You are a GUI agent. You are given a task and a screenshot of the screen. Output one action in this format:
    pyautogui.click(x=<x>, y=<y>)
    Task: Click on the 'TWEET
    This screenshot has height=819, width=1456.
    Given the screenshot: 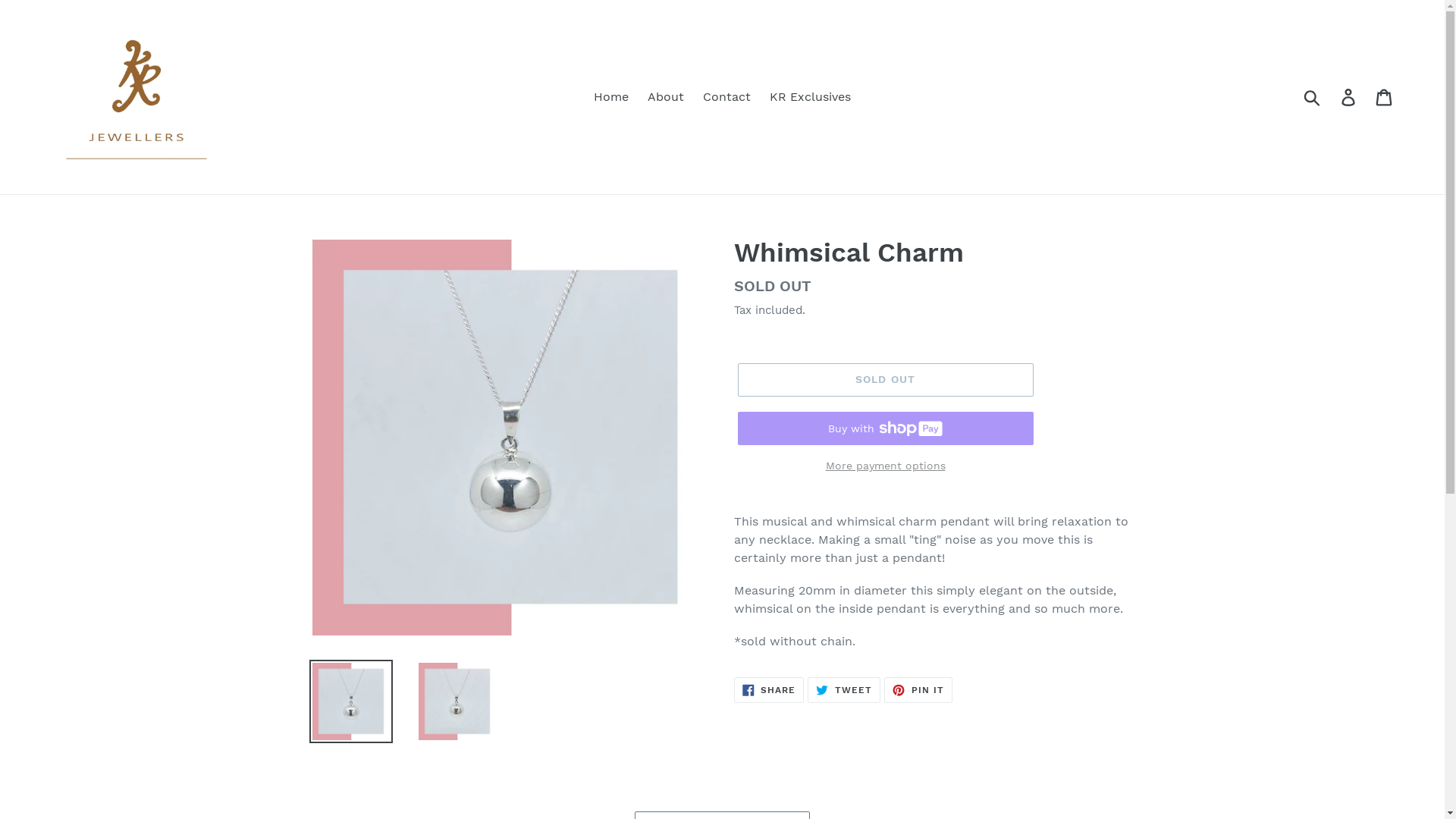 What is the action you would take?
    pyautogui.click(x=843, y=690)
    